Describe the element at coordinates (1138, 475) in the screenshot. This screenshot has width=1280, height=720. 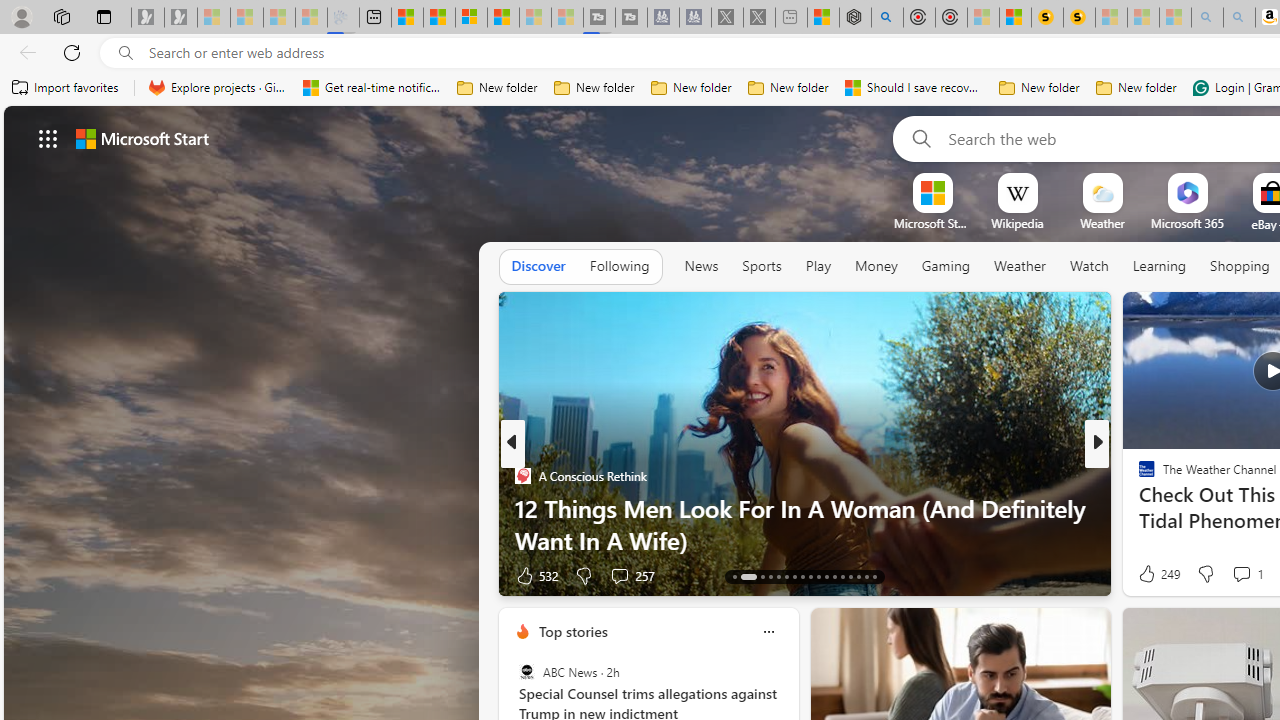
I see `'Fast Company'` at that location.